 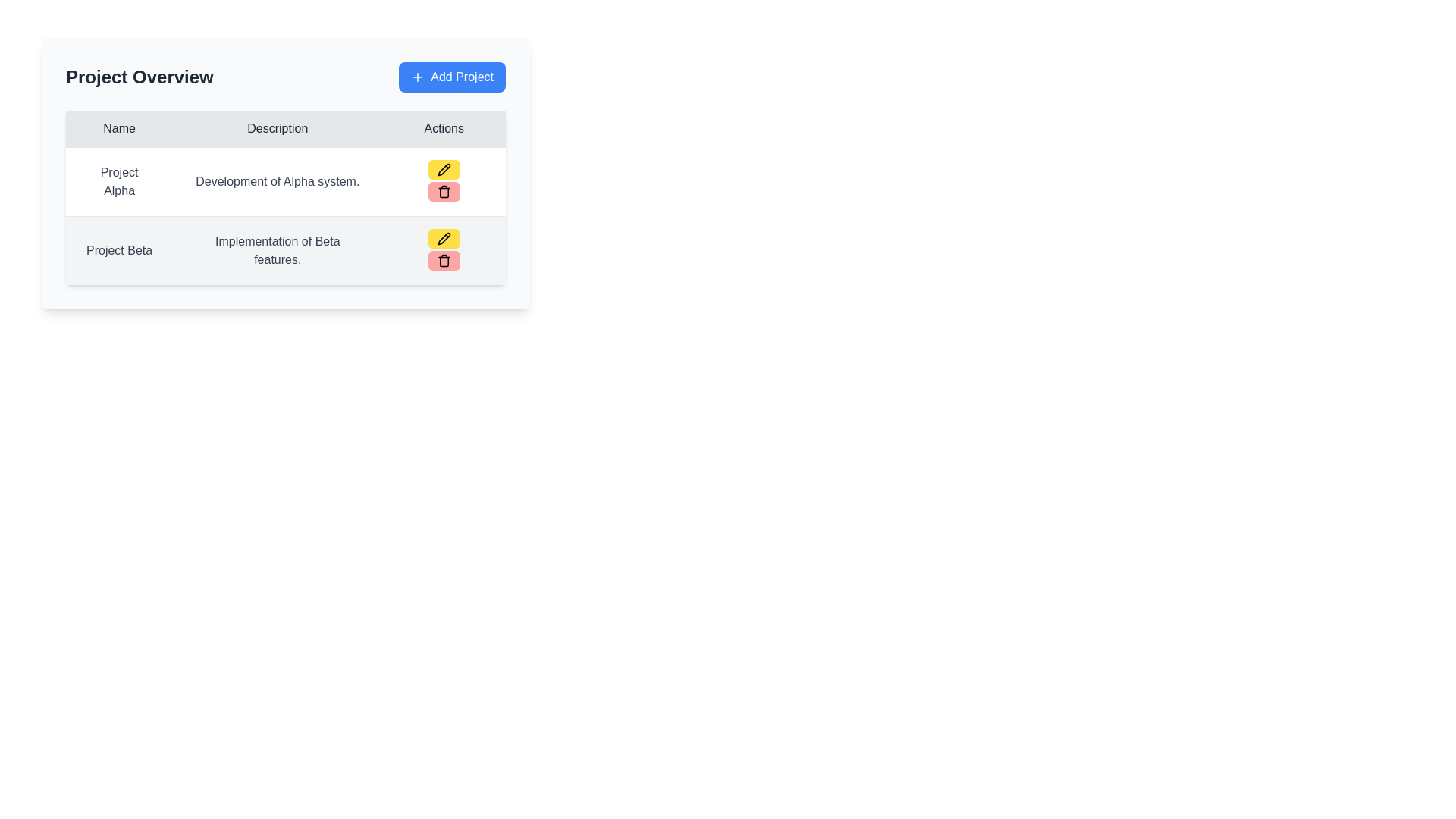 What do you see at coordinates (278, 249) in the screenshot?
I see `the text label displaying 'Implementation of Beta features.' which is styled with gray font and centered alignment, located in the middle column of the second row in a data table` at bounding box center [278, 249].